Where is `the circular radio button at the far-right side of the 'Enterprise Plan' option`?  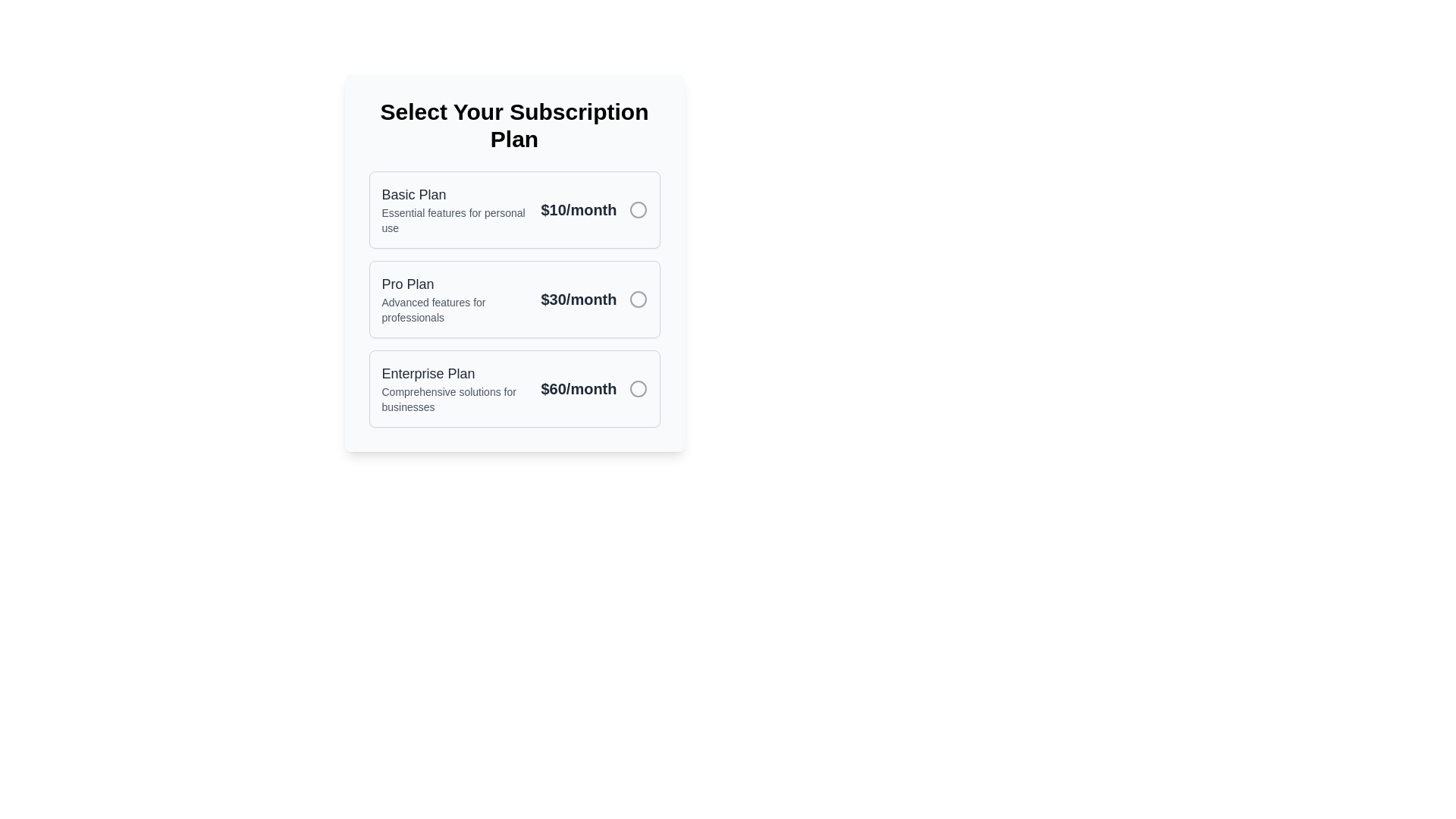
the circular radio button at the far-right side of the 'Enterprise Plan' option is located at coordinates (638, 388).